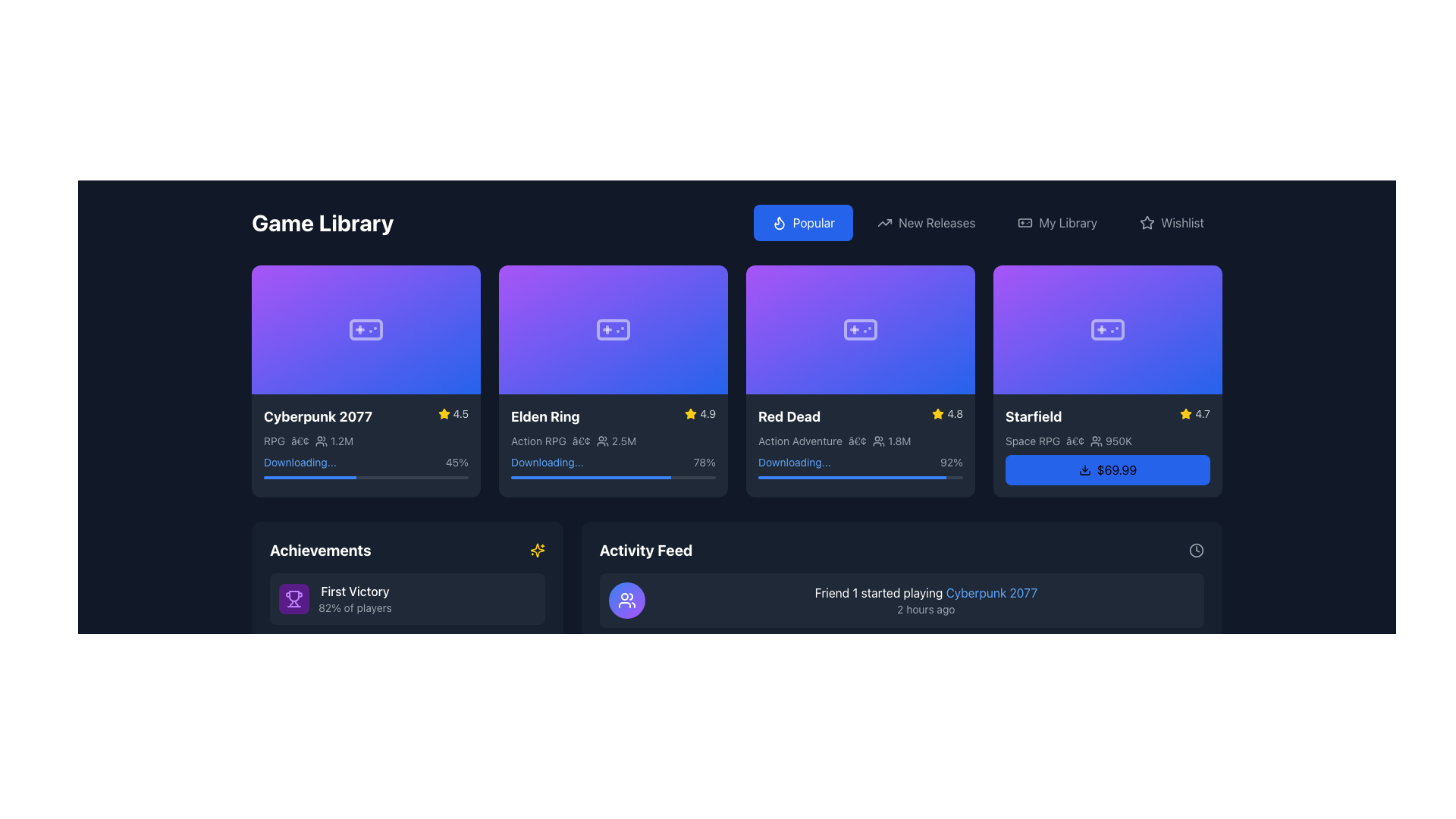 Image resolution: width=1456 pixels, height=819 pixels. Describe the element at coordinates (925, 222) in the screenshot. I see `the second button in the horizontal menu bar` at that location.